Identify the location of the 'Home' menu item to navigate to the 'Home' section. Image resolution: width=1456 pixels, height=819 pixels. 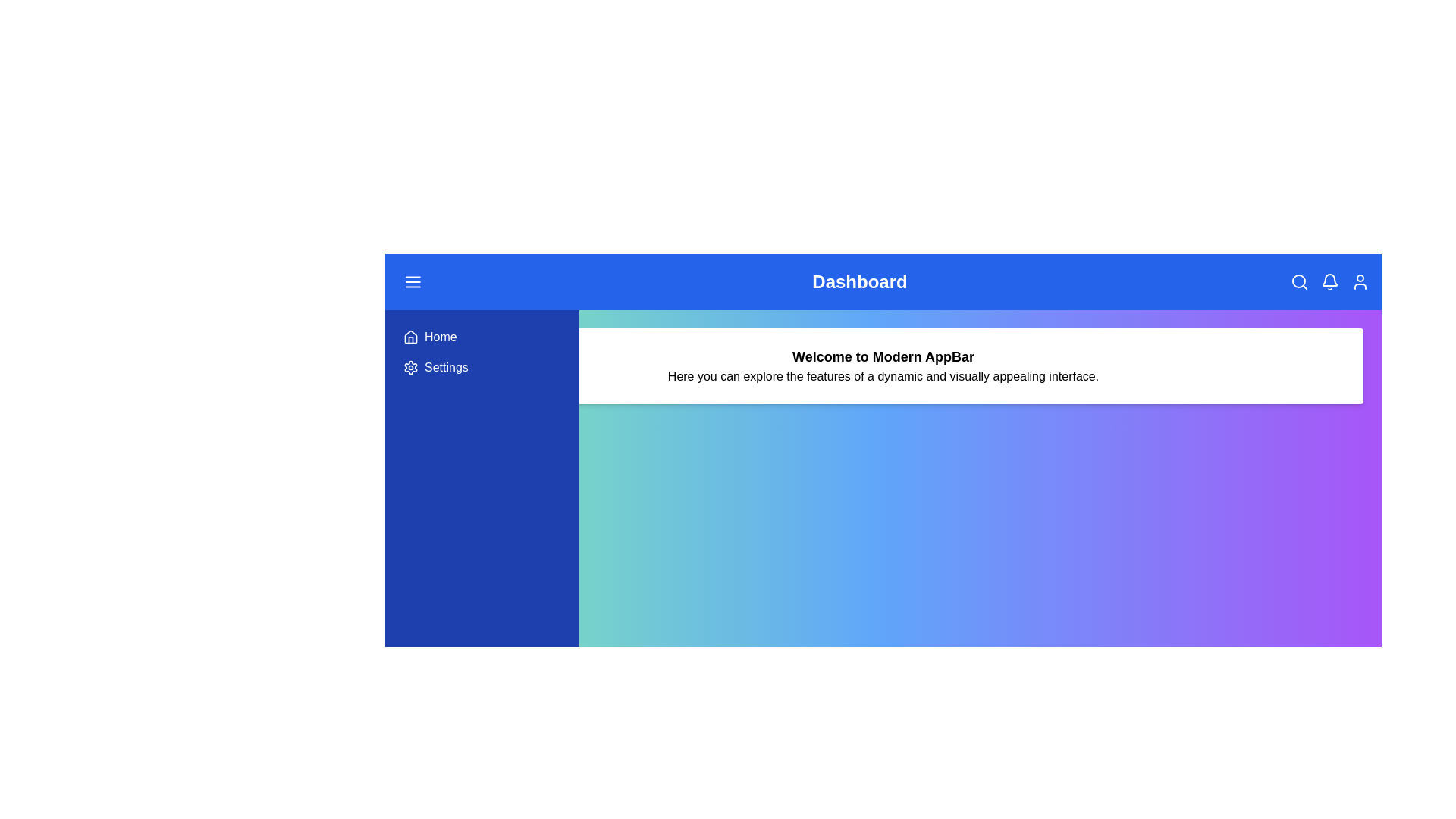
(481, 336).